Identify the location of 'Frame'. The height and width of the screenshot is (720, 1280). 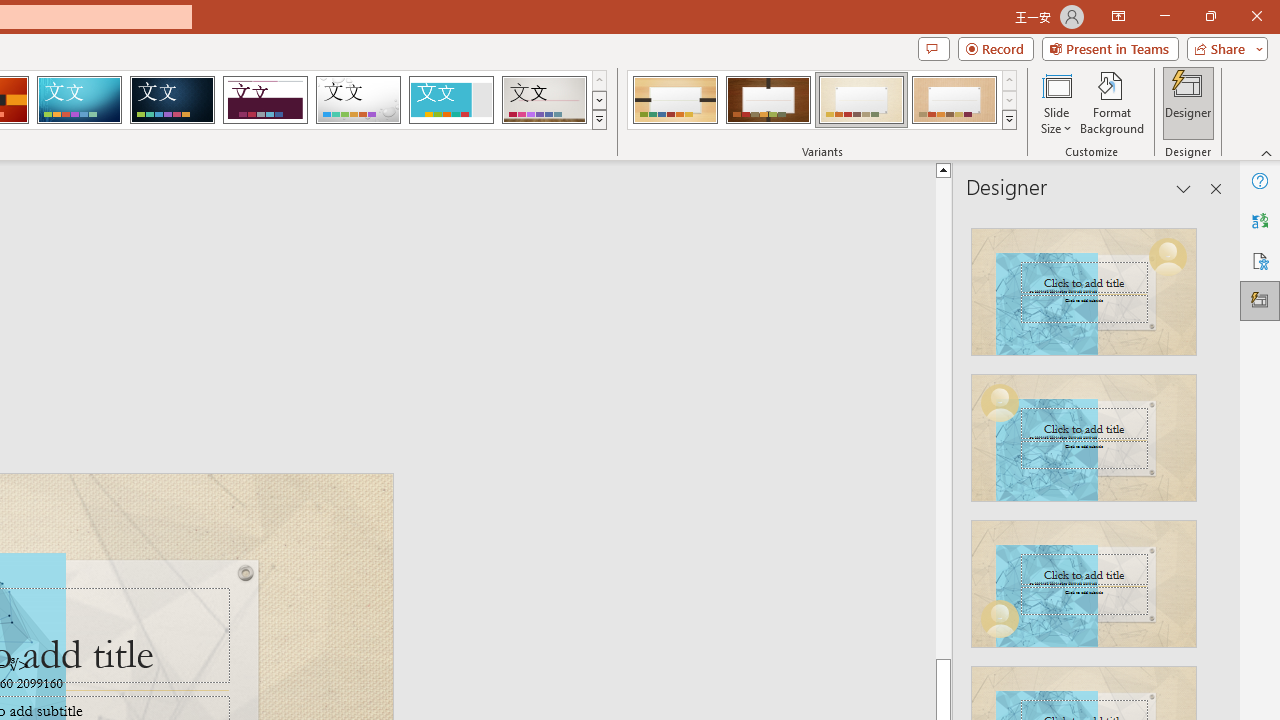
(450, 100).